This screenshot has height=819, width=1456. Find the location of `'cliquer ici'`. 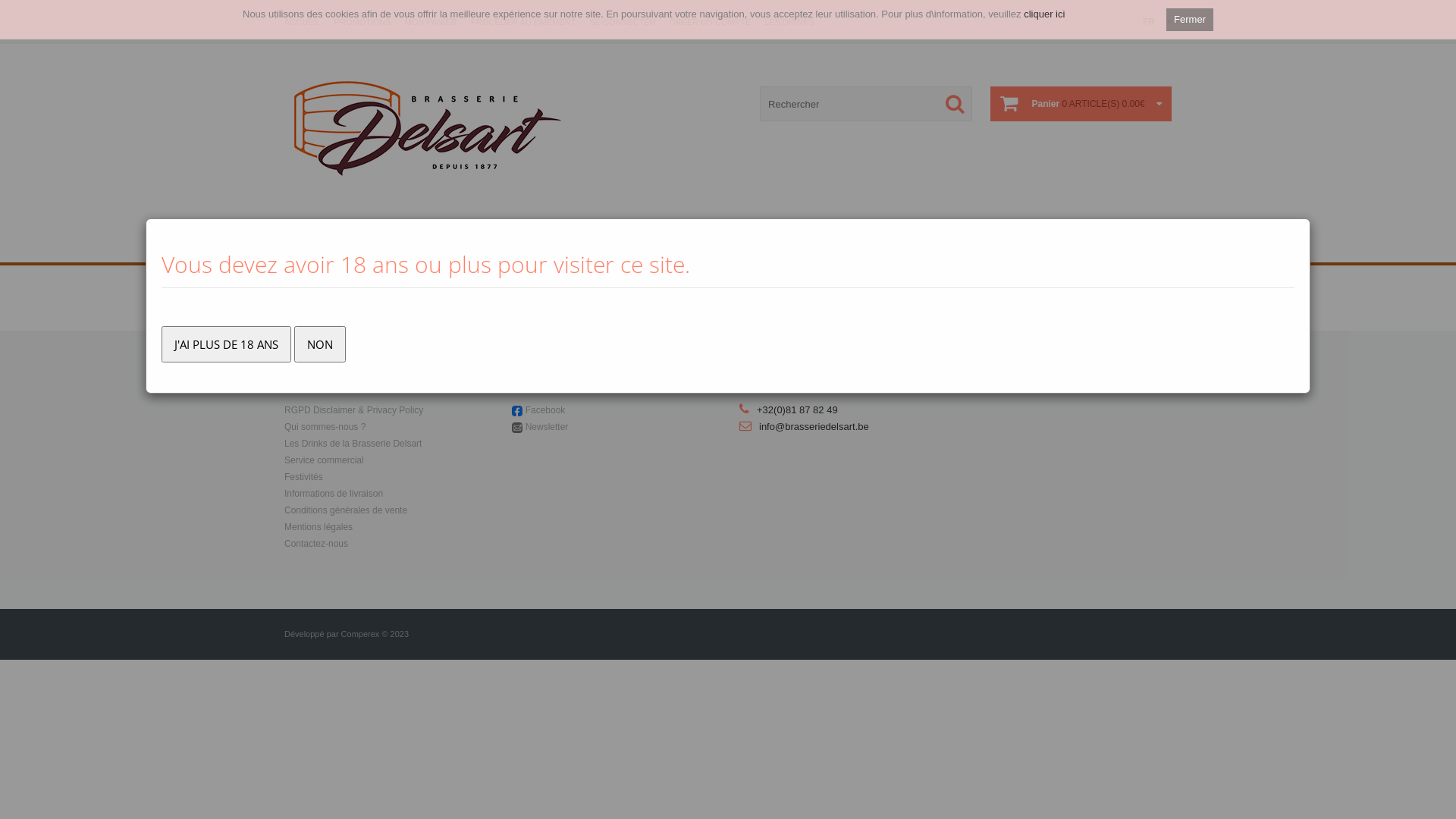

'cliquer ici' is located at coordinates (1043, 14).